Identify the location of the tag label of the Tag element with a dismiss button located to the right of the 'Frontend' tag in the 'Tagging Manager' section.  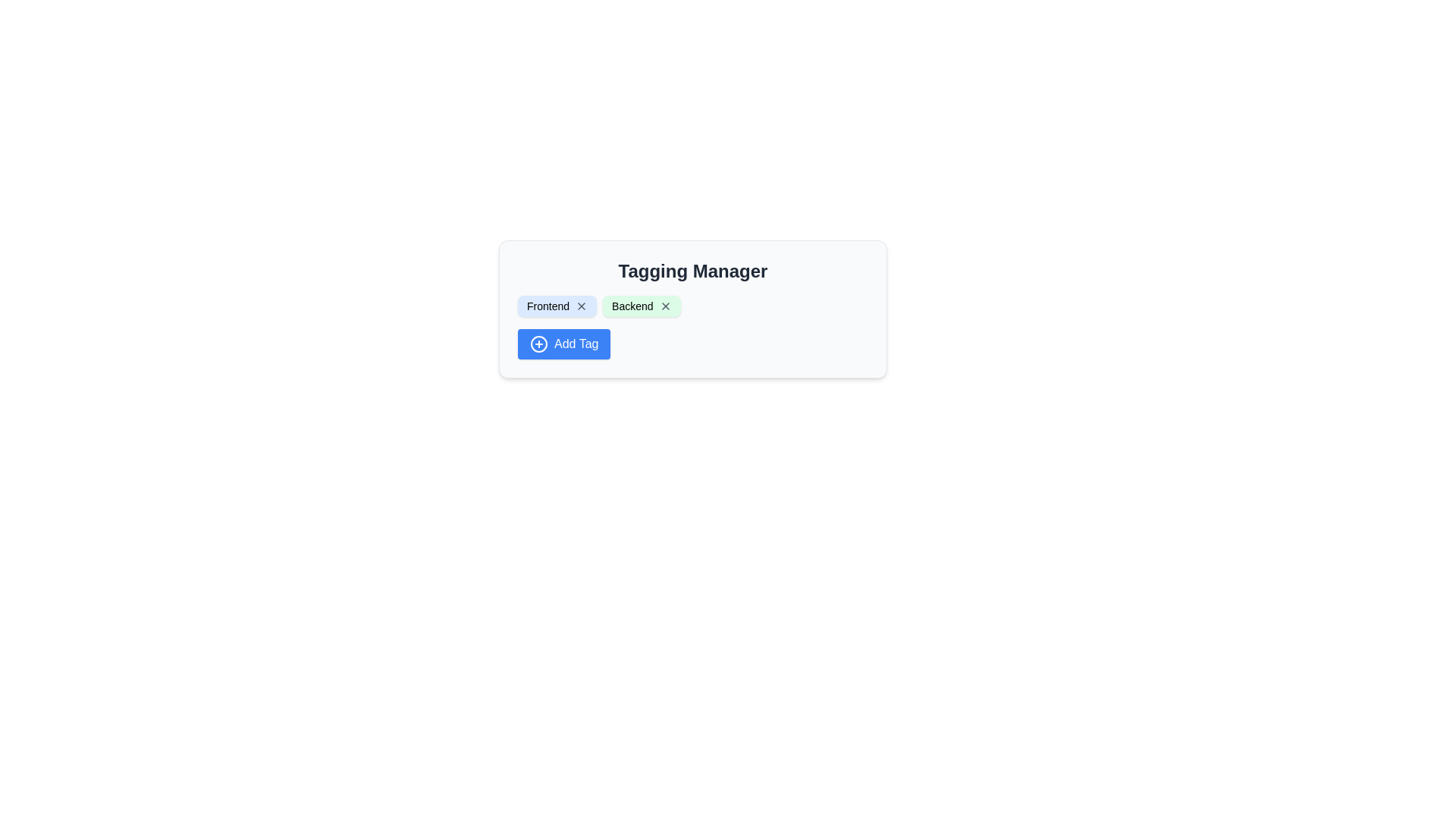
(642, 306).